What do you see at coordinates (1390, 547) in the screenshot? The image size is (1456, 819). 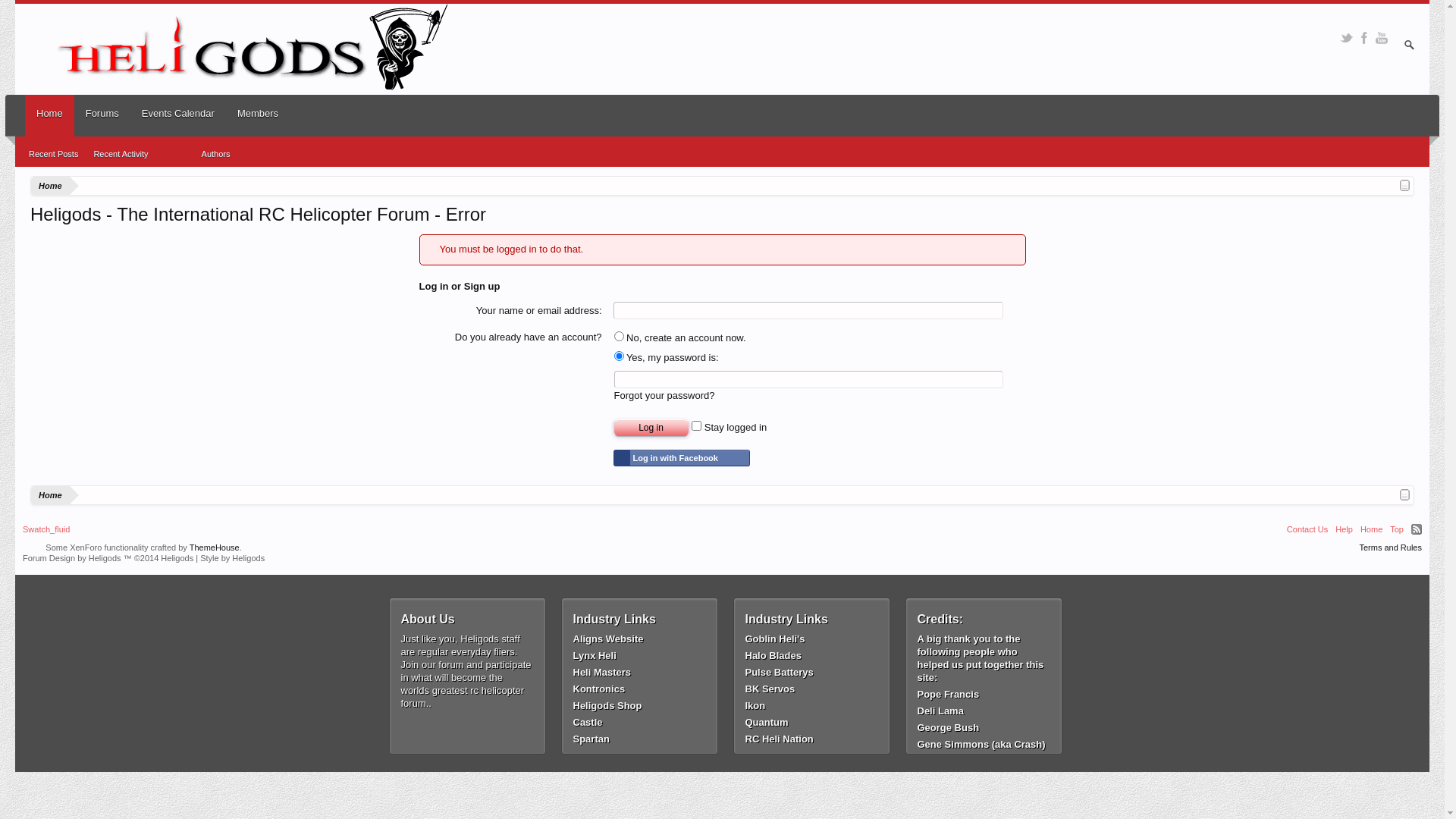 I see `'Terms and Rules'` at bounding box center [1390, 547].